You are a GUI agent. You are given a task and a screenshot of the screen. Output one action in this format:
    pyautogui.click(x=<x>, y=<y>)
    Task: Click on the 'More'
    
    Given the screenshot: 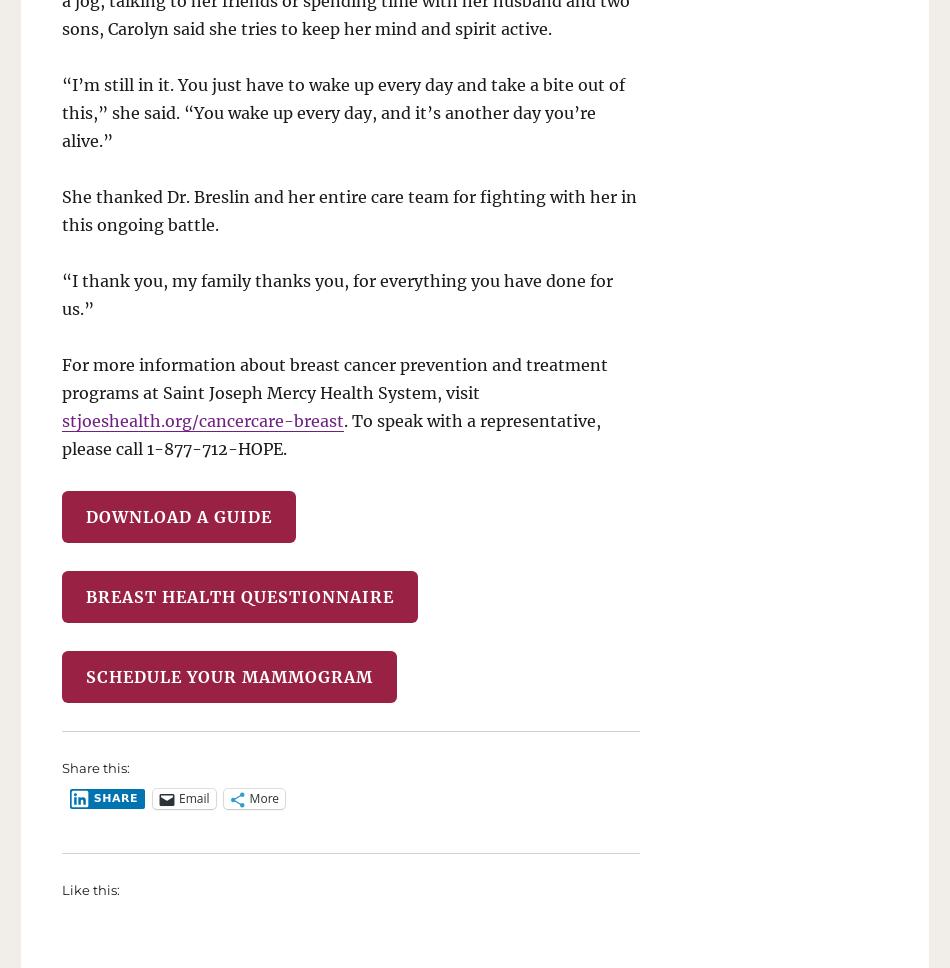 What is the action you would take?
    pyautogui.click(x=263, y=797)
    